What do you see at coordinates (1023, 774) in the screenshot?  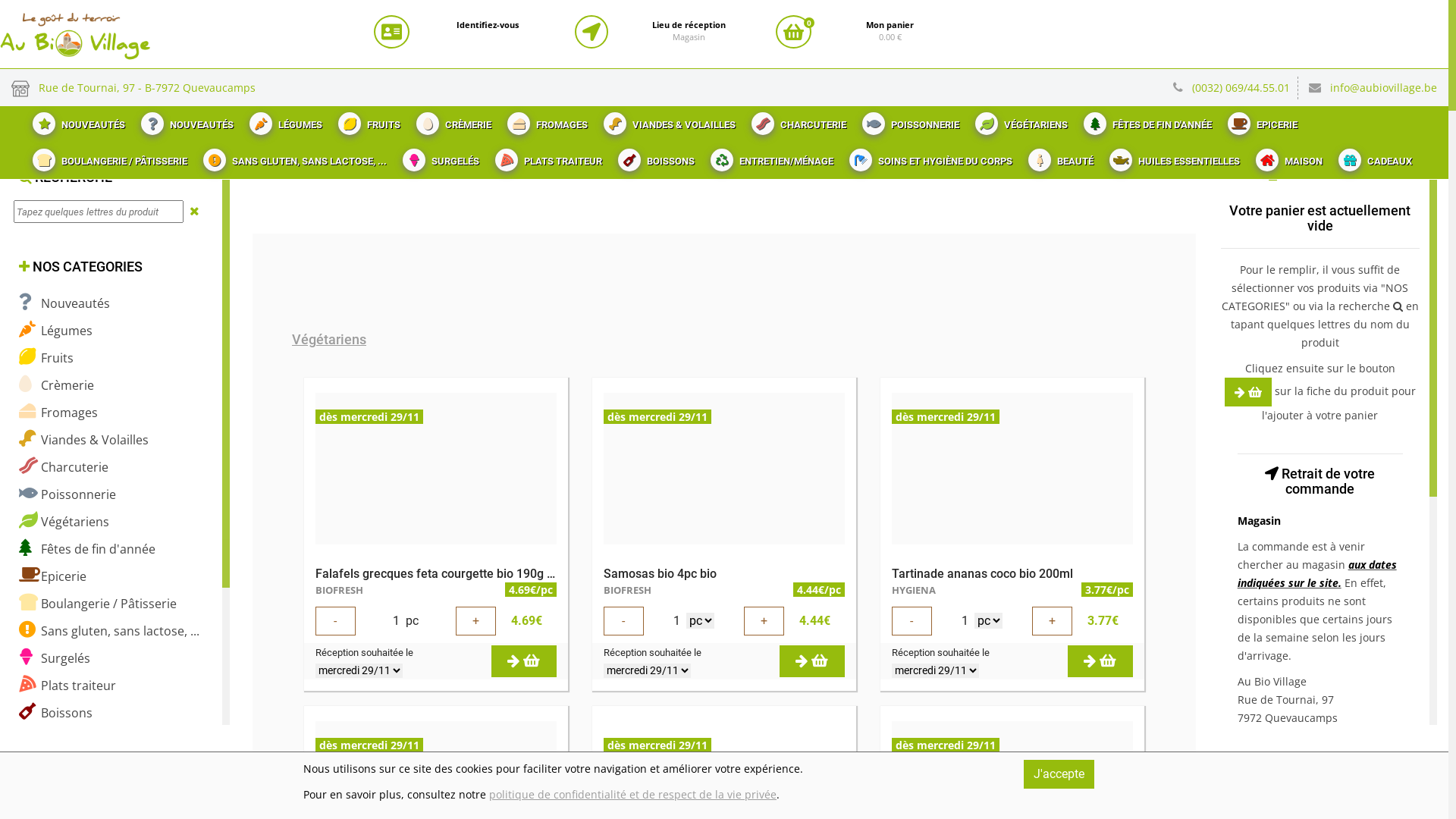 I see `'J'accepte'` at bounding box center [1023, 774].